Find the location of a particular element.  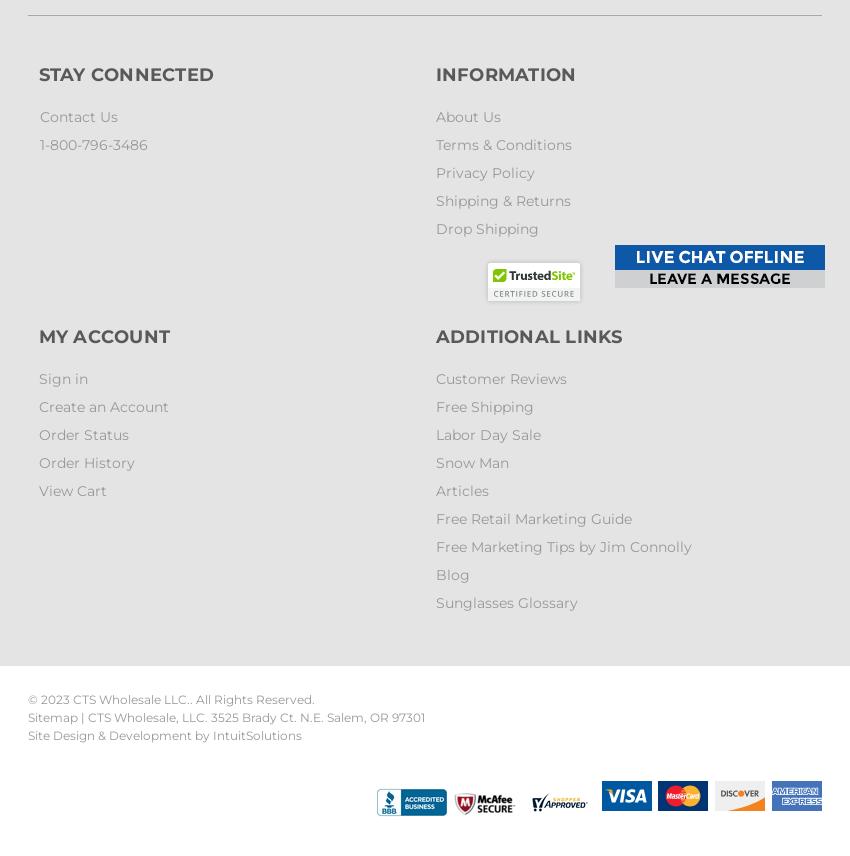

'Terms & Conditions' is located at coordinates (503, 145).